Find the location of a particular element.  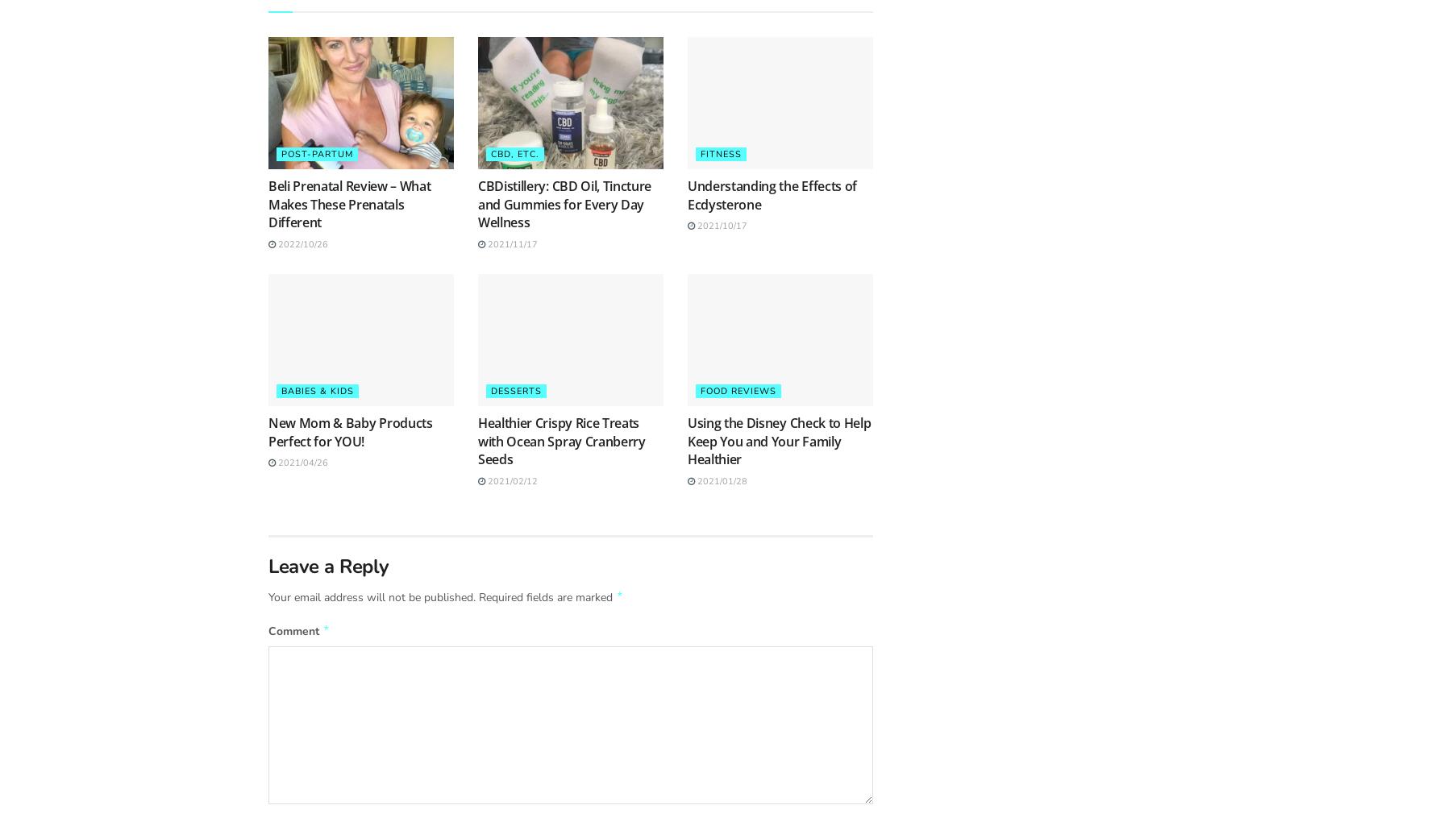

'New Mom & Baby Products Perfect for YOU!' is located at coordinates (349, 430).